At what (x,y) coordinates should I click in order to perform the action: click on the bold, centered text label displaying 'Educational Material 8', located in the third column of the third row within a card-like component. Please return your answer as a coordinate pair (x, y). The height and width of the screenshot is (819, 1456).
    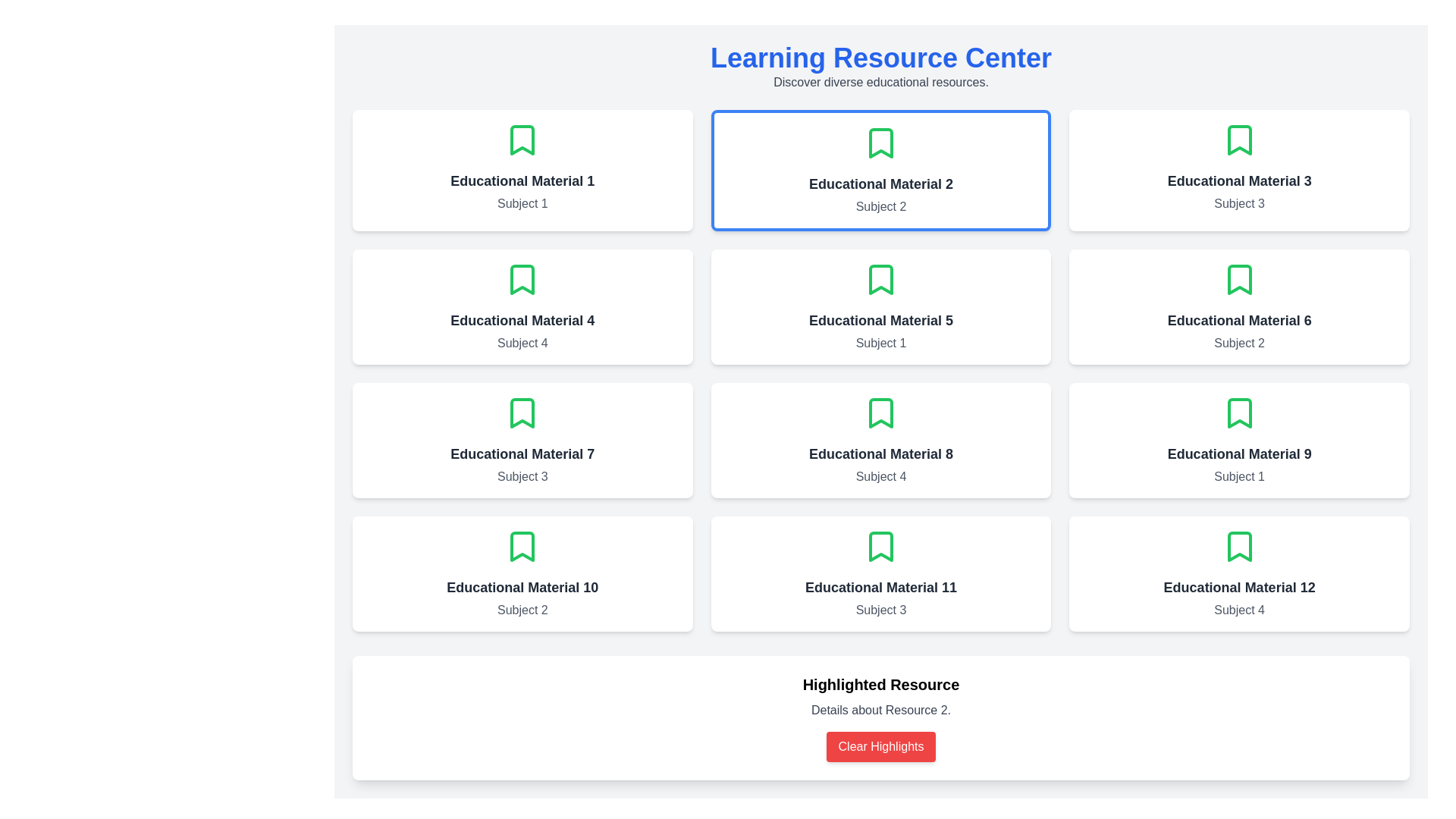
    Looking at the image, I should click on (880, 453).